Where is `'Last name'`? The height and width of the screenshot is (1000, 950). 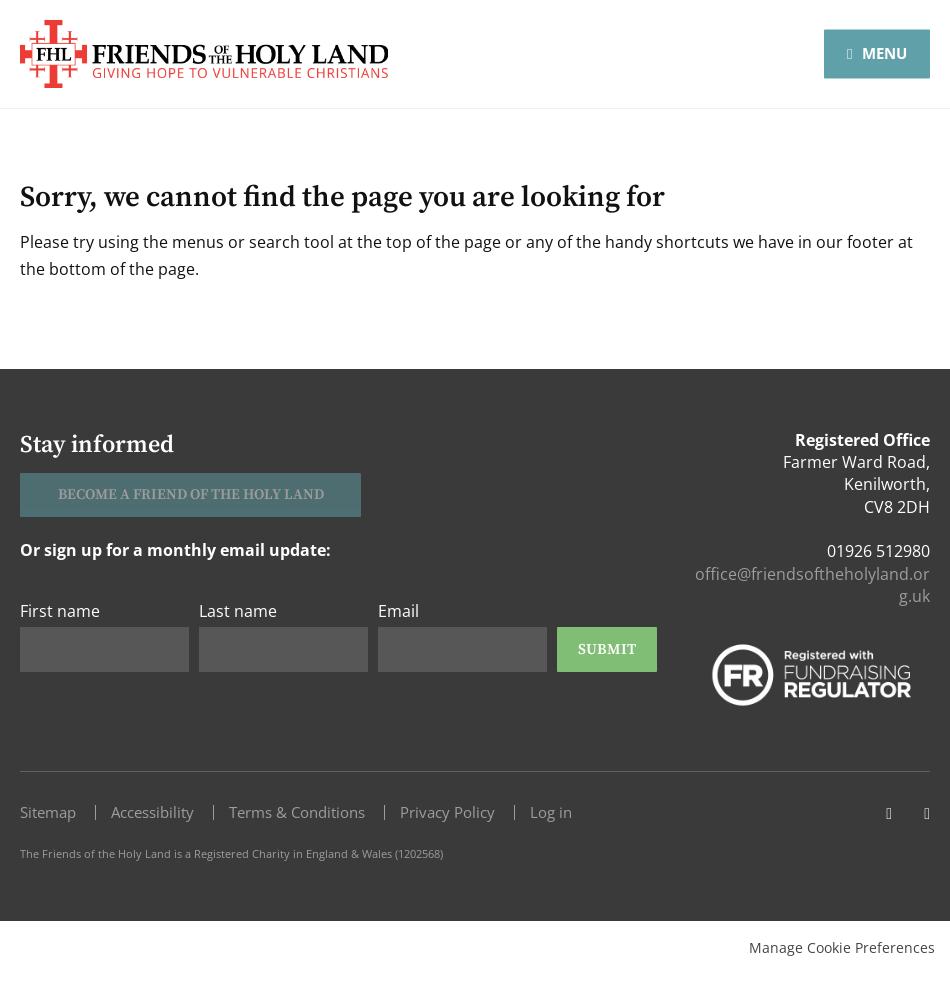 'Last name' is located at coordinates (238, 610).